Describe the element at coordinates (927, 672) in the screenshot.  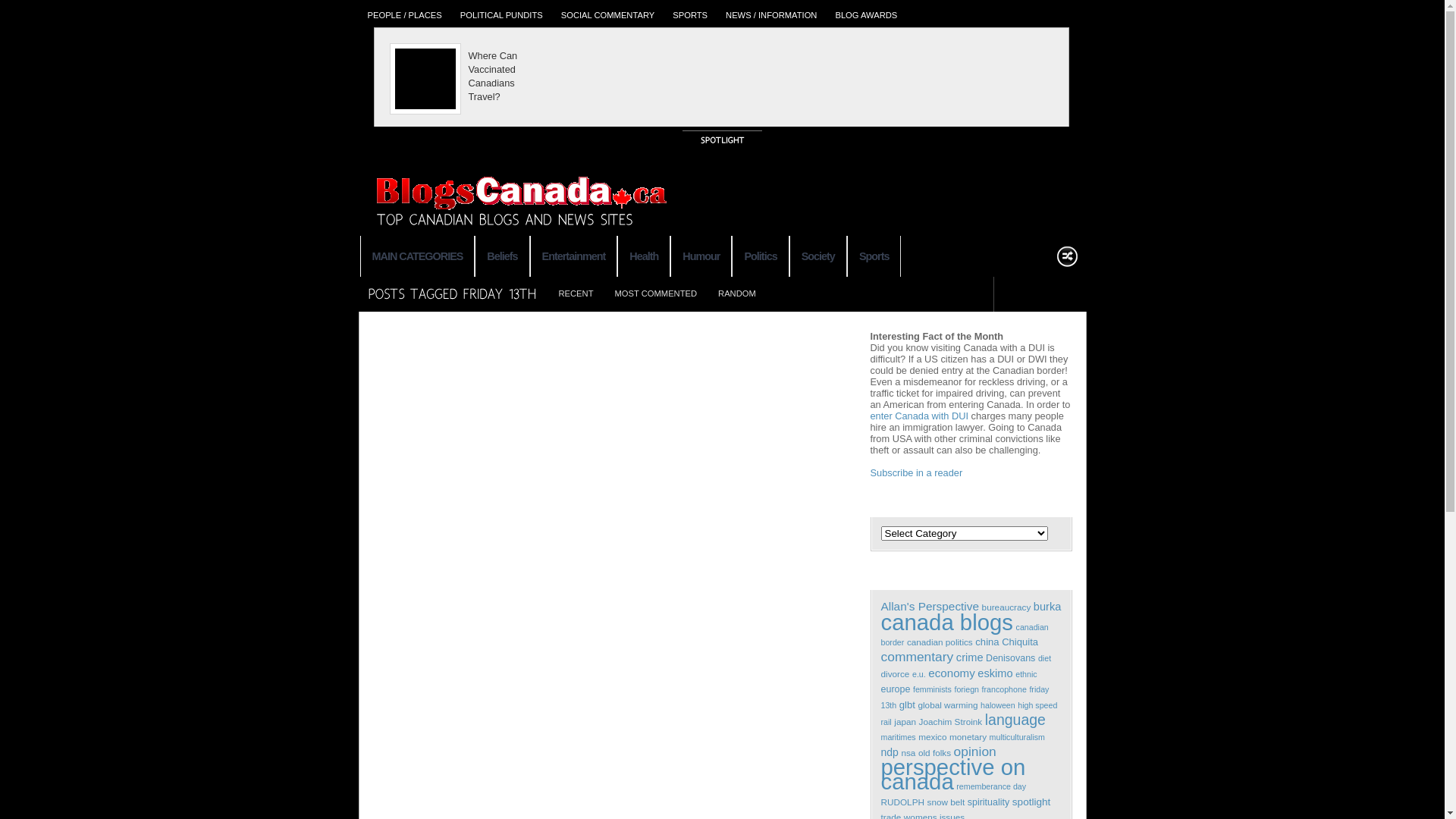
I see `'economy'` at that location.